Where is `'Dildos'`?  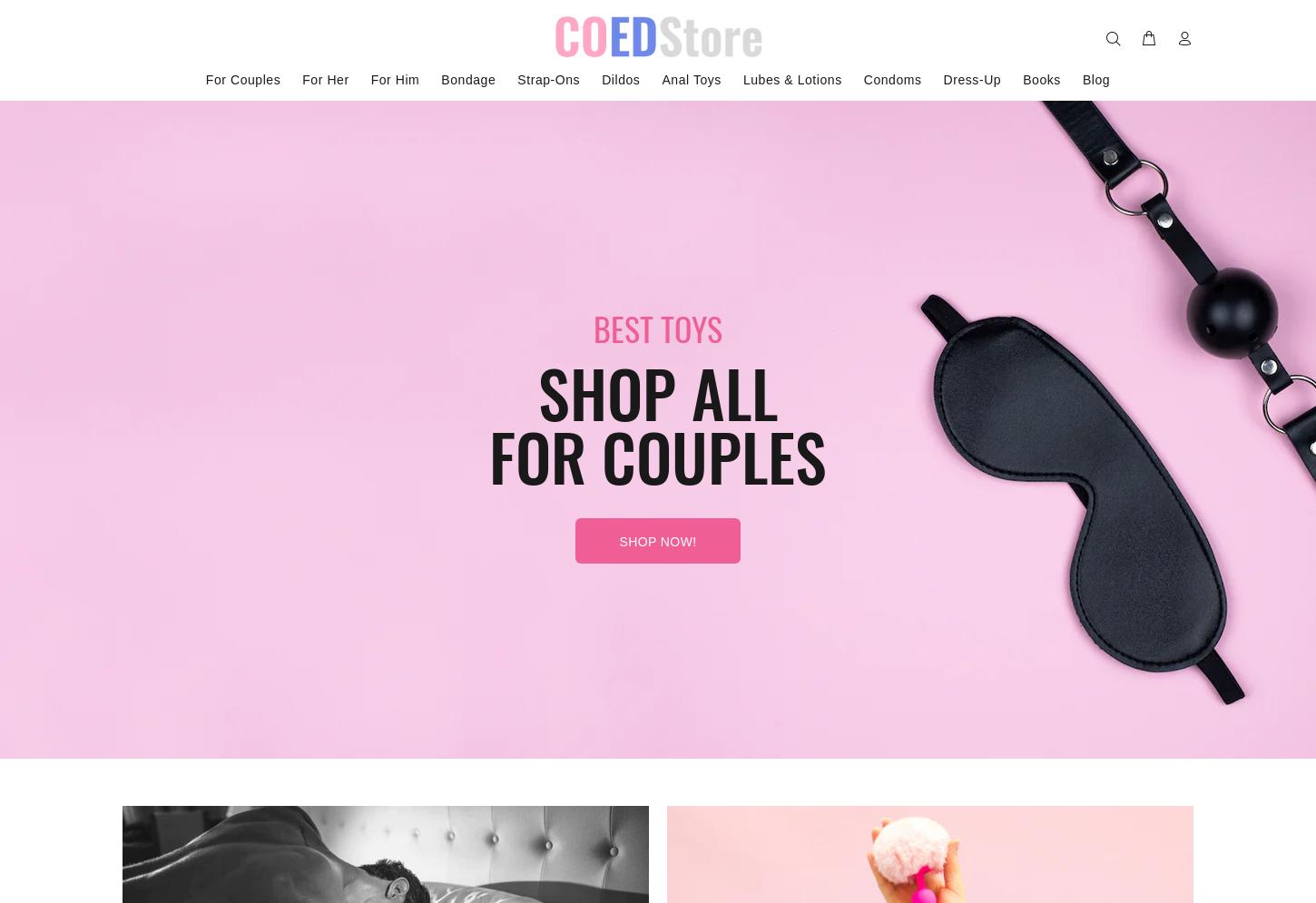 'Dildos' is located at coordinates (619, 79).